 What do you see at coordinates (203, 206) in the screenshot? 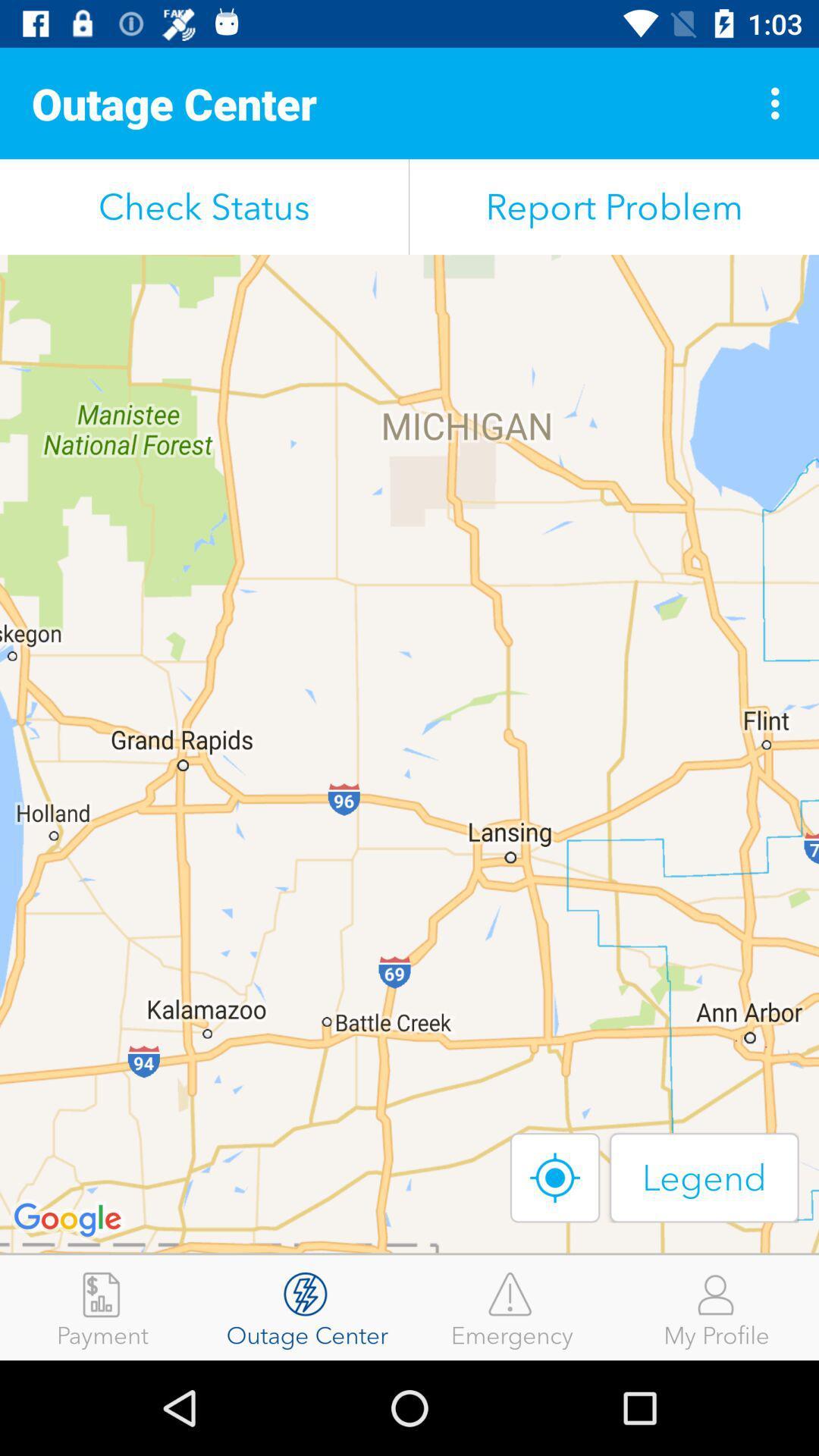
I see `icon below outage center item` at bounding box center [203, 206].